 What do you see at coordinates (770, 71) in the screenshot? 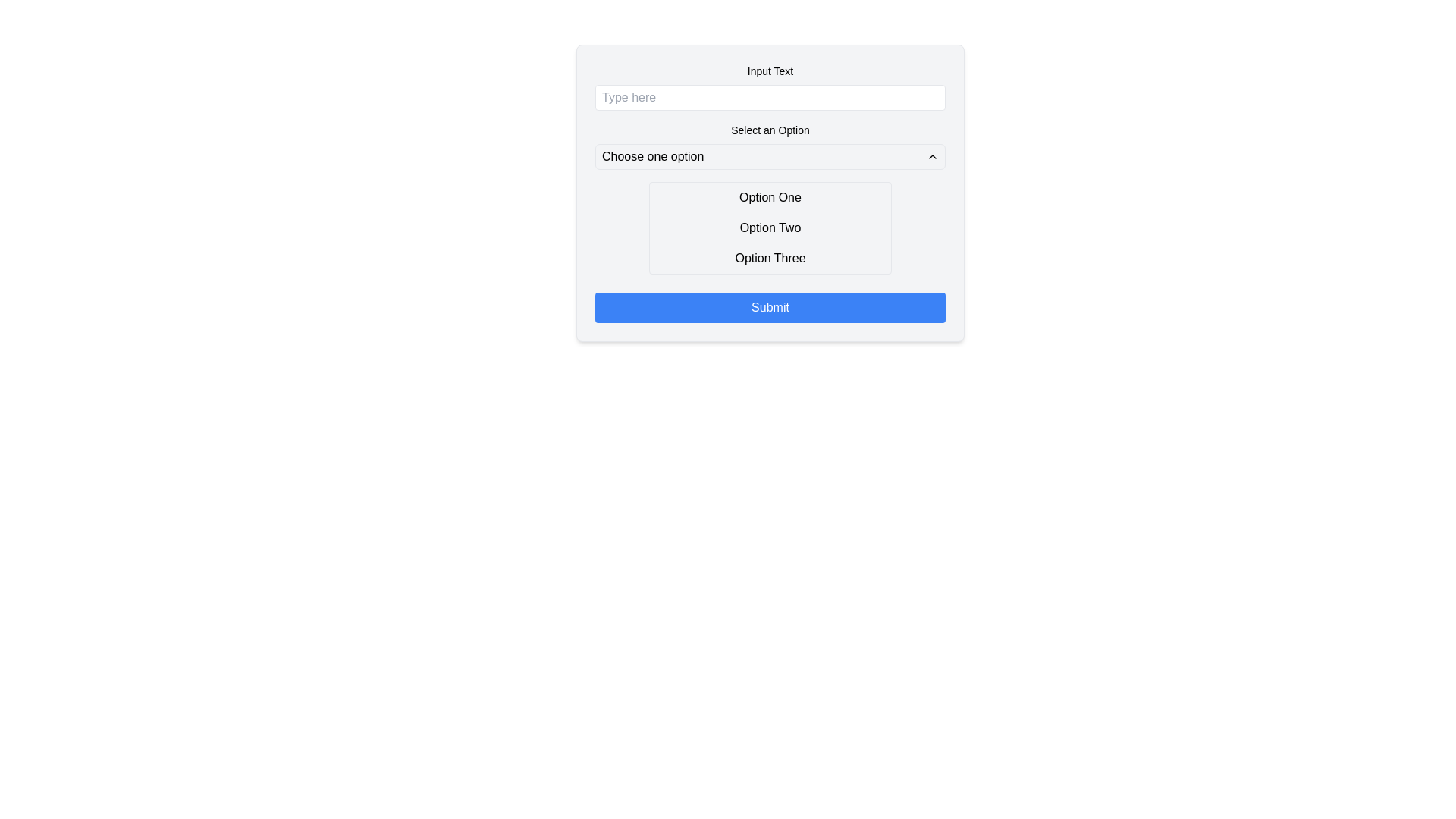
I see `the text label that reads 'Input Text', which is styled with medium weight and small size, positioned above the input box labeled 'custom-input'` at bounding box center [770, 71].